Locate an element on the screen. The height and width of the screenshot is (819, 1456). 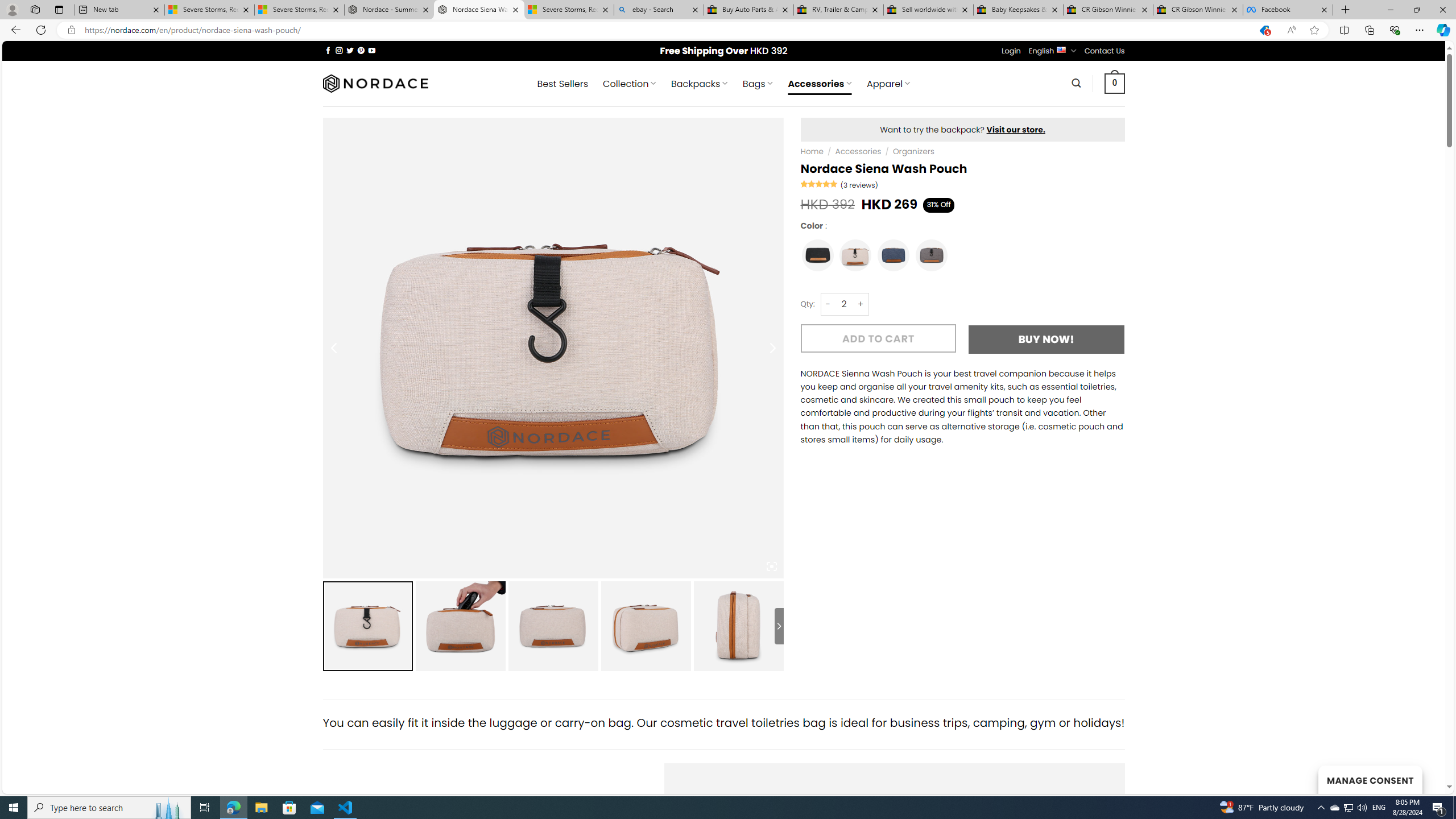
'Contact Us' is located at coordinates (1105, 50).